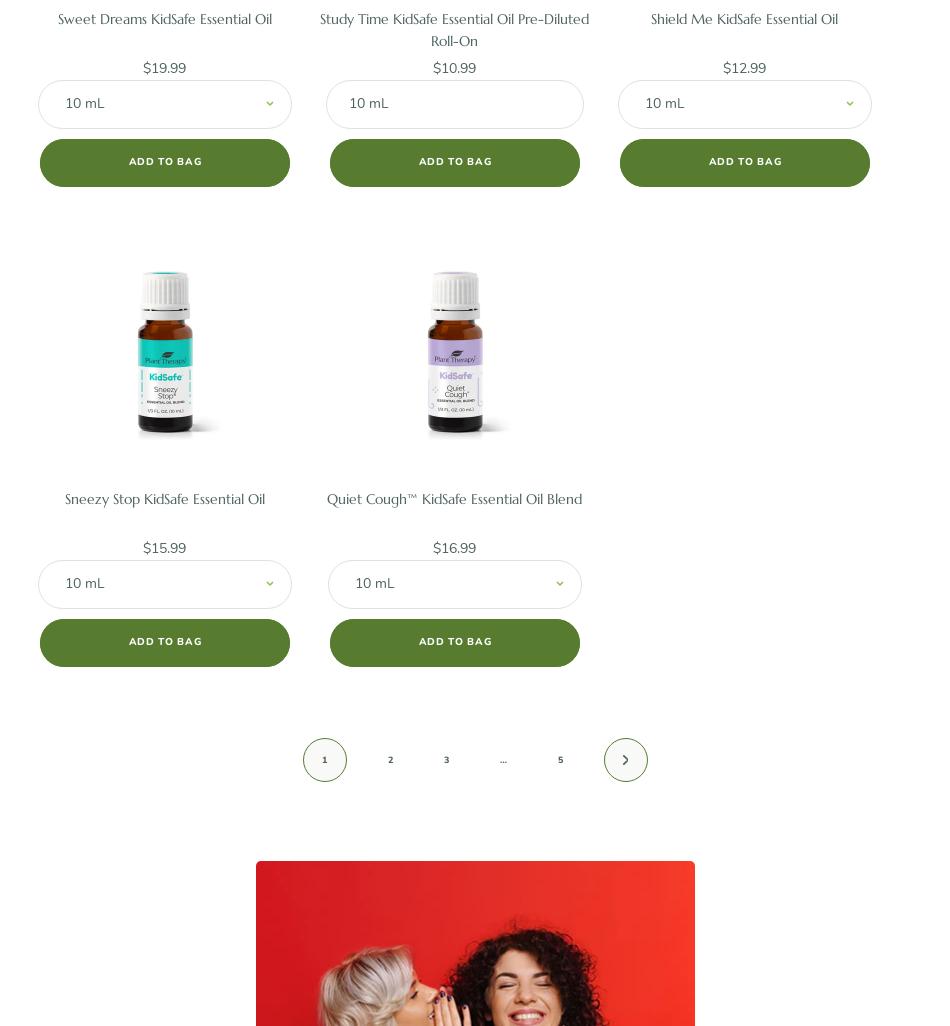 Image resolution: width=950 pixels, height=1026 pixels. I want to click on '30 mL
$39.99', so click(164, 174).